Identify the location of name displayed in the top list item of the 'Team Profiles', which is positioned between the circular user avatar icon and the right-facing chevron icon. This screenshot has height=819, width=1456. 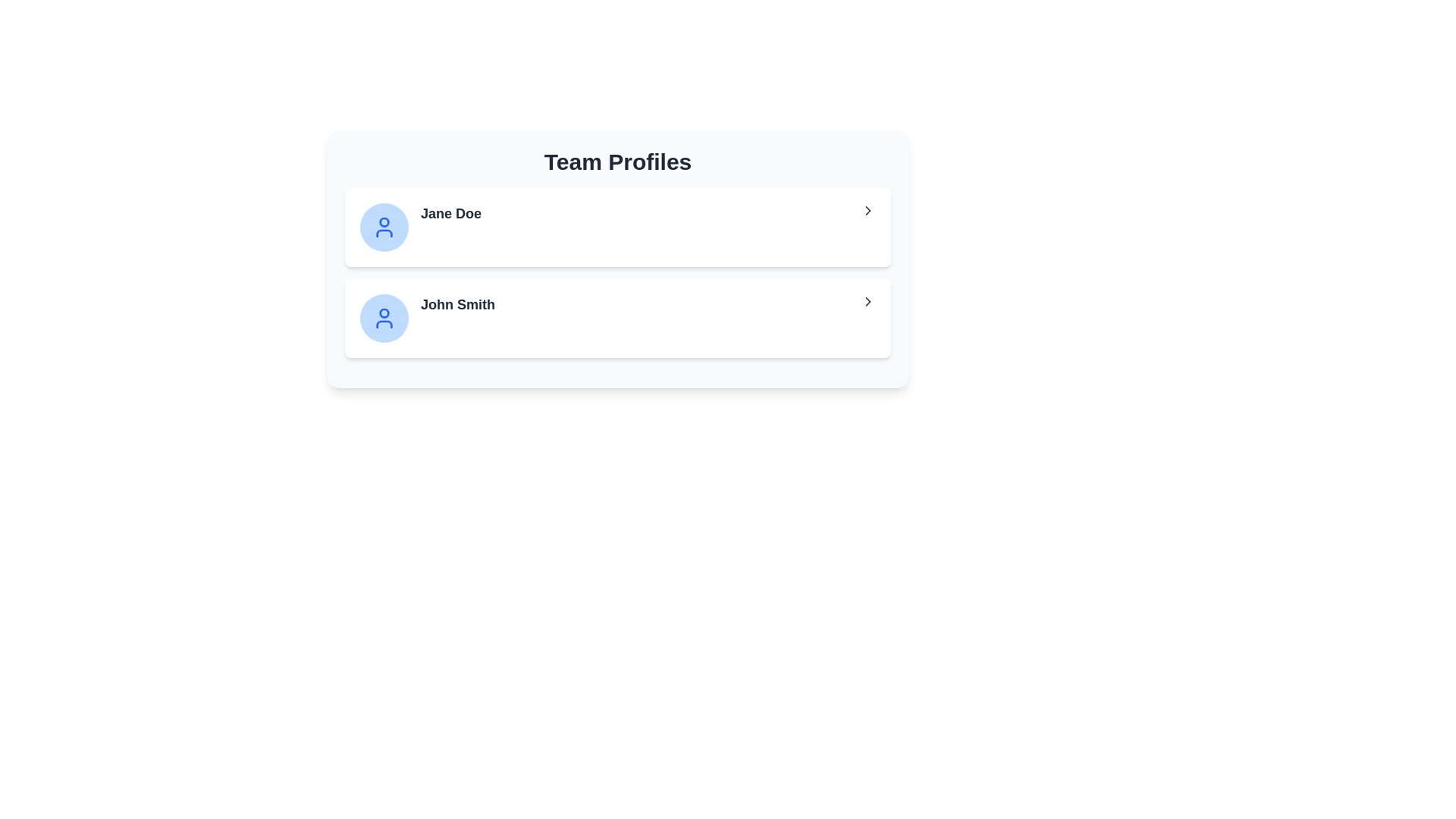
(450, 213).